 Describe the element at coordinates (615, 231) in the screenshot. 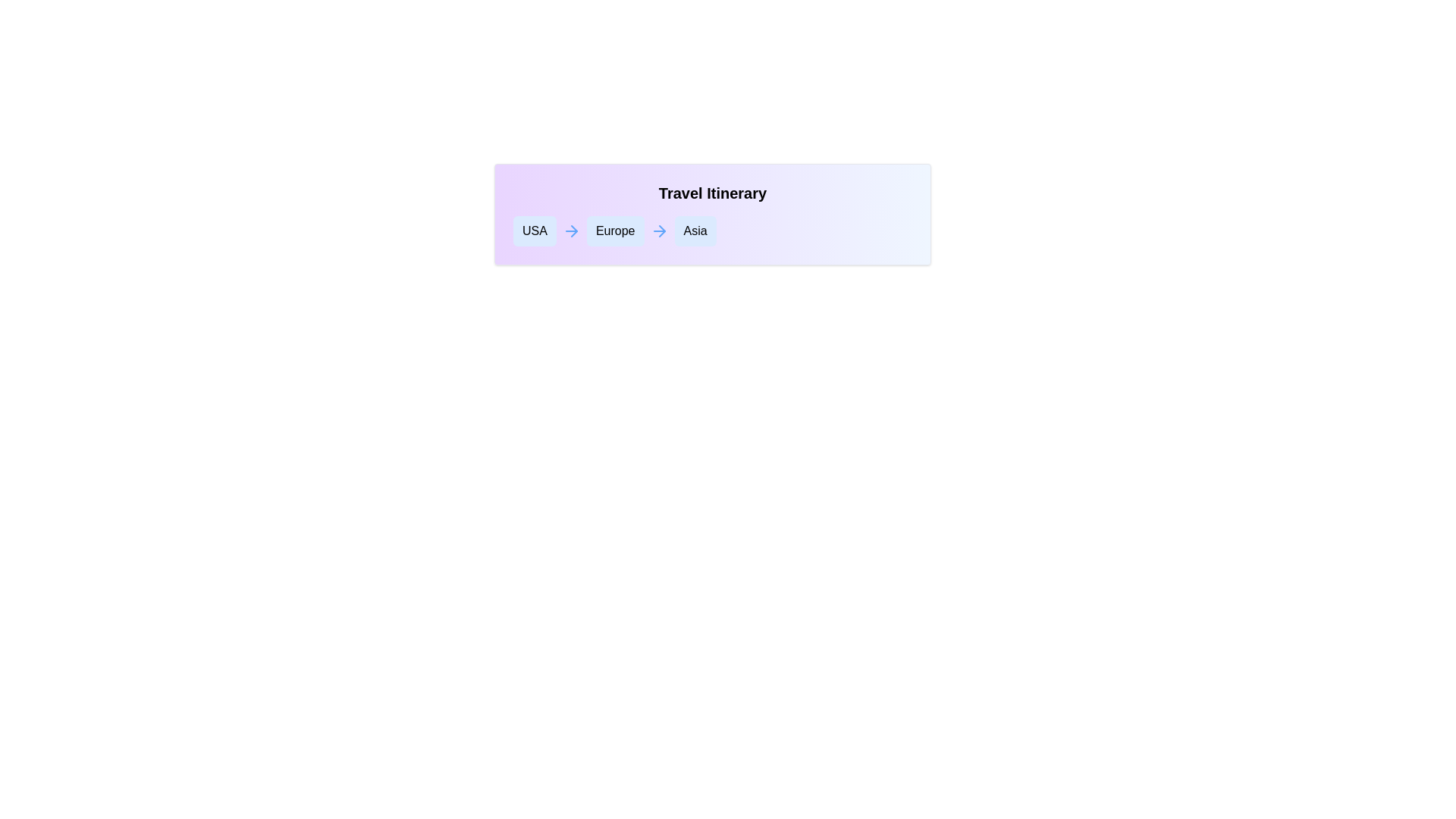

I see `the button labeled 'Europe' which is the second button in a horizontal set of three options` at that location.